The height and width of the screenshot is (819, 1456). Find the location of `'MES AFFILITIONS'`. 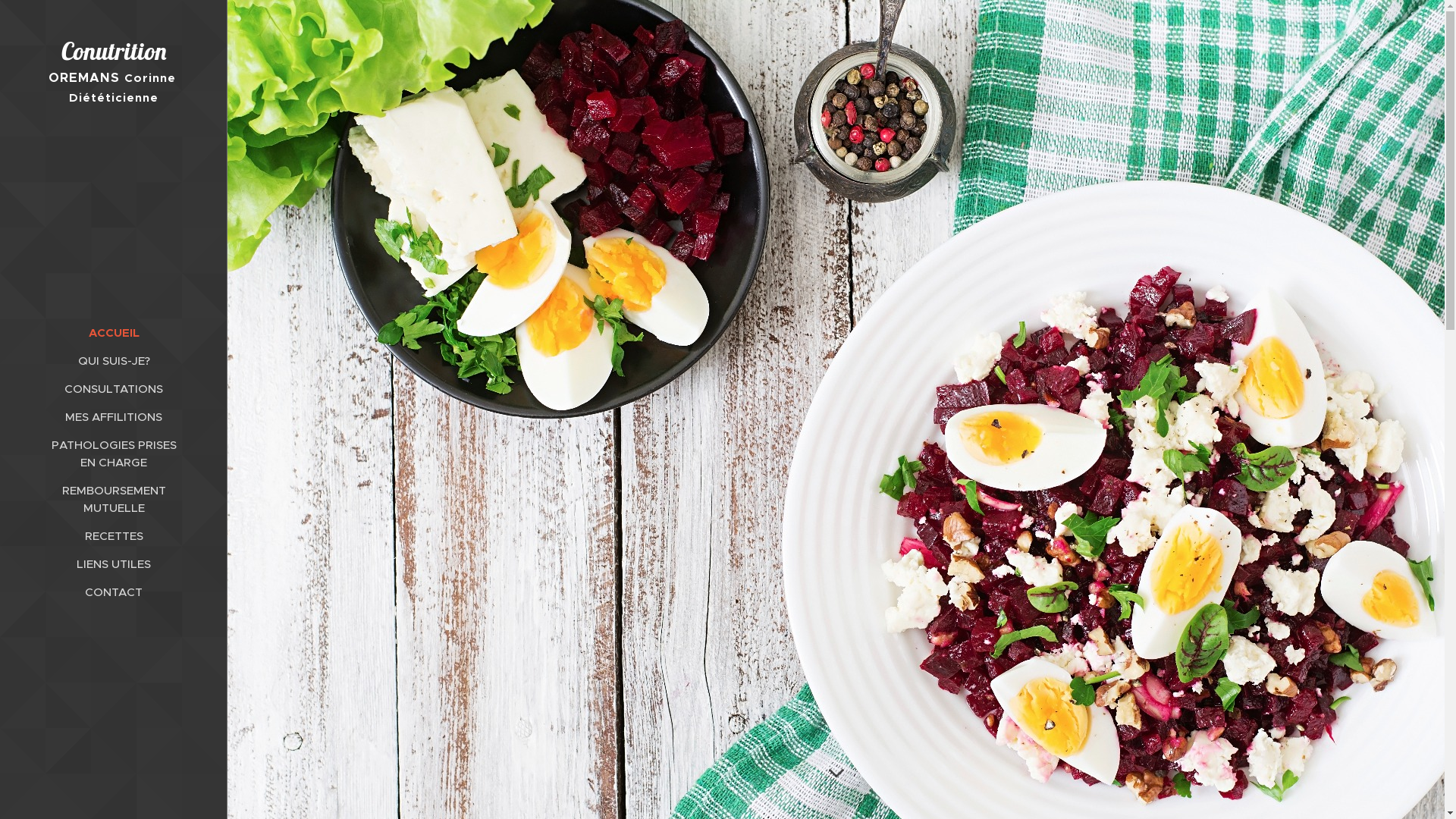

'MES AFFILITIONS' is located at coordinates (112, 416).